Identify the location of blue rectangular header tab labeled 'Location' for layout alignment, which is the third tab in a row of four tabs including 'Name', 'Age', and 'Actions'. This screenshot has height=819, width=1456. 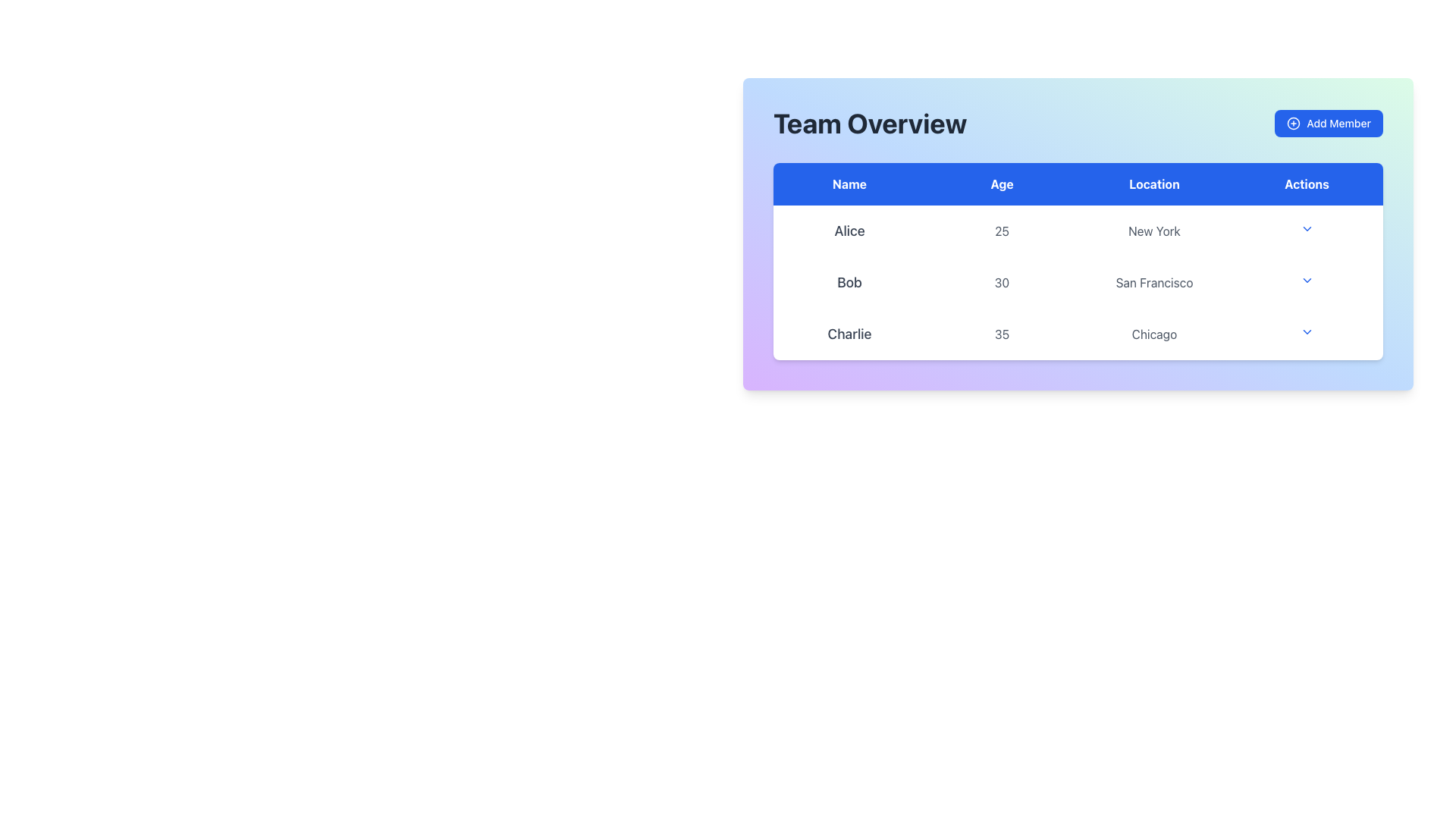
(1153, 184).